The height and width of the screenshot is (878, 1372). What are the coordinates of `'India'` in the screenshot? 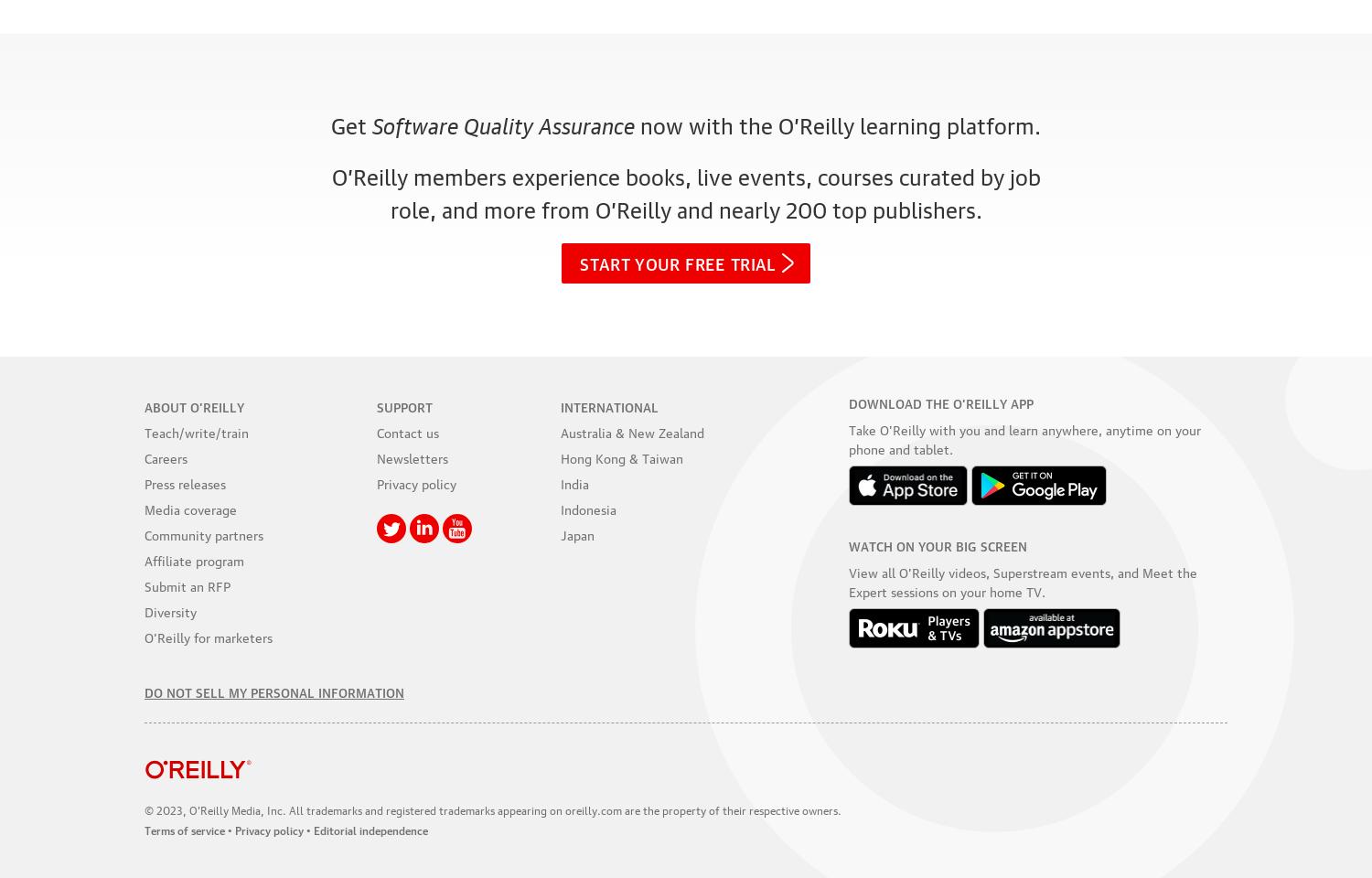 It's located at (574, 481).